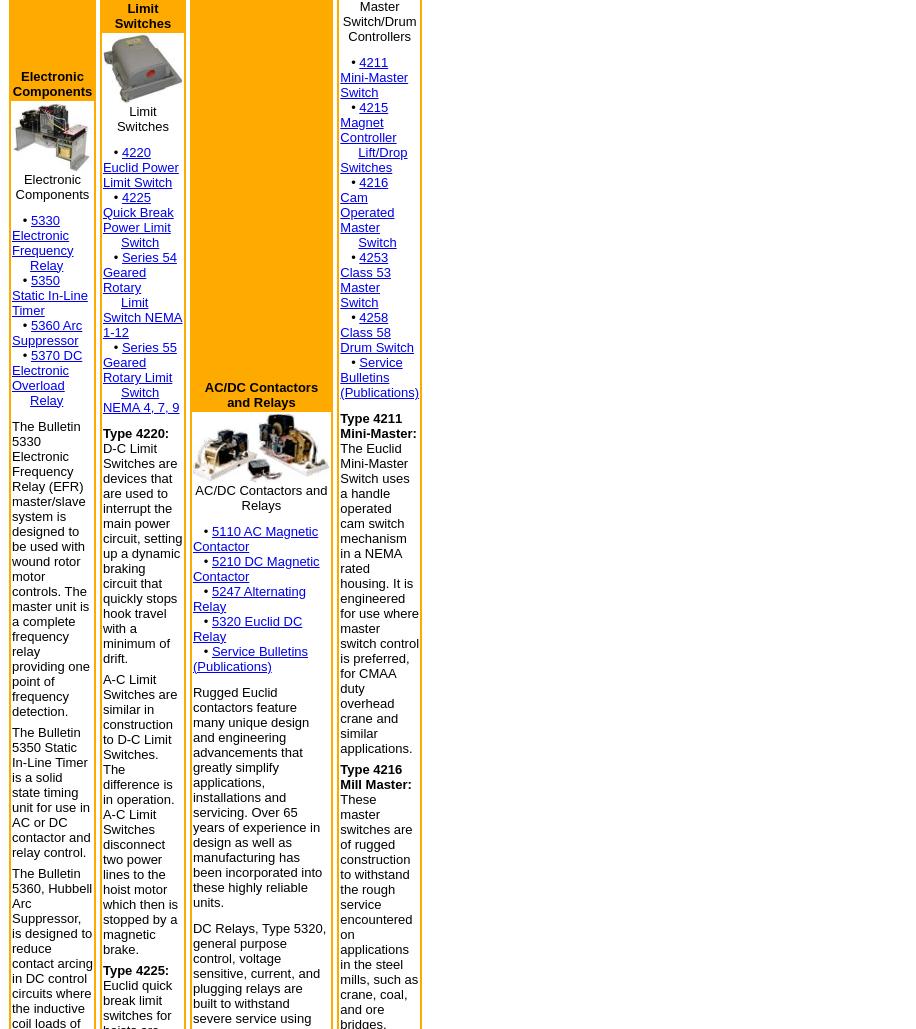 This screenshot has width=916, height=1029. What do you see at coordinates (367, 121) in the screenshot?
I see `'4215 Magnet Controller'` at bounding box center [367, 121].